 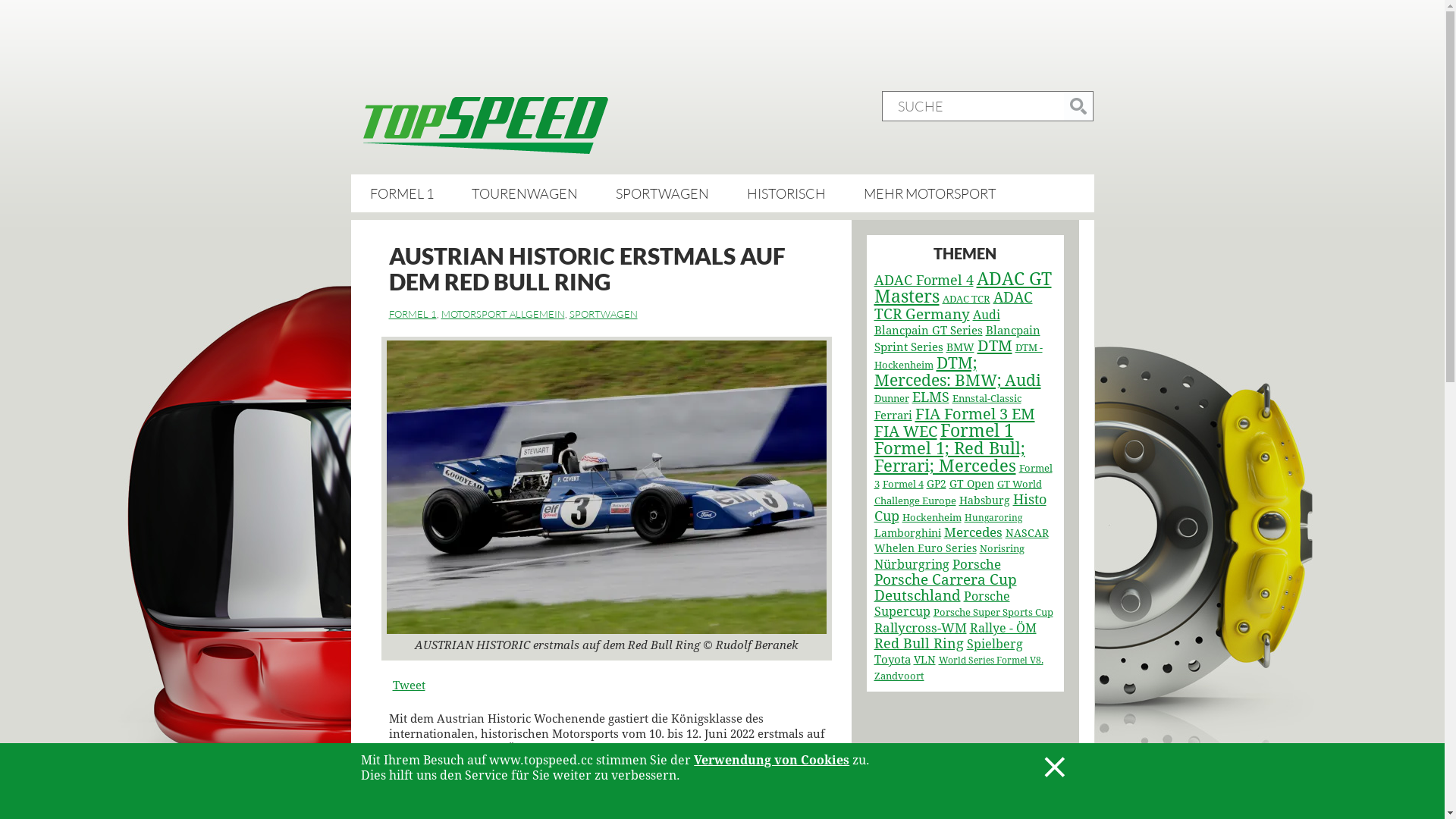 What do you see at coordinates (940, 603) in the screenshot?
I see `'Porsche Supercup'` at bounding box center [940, 603].